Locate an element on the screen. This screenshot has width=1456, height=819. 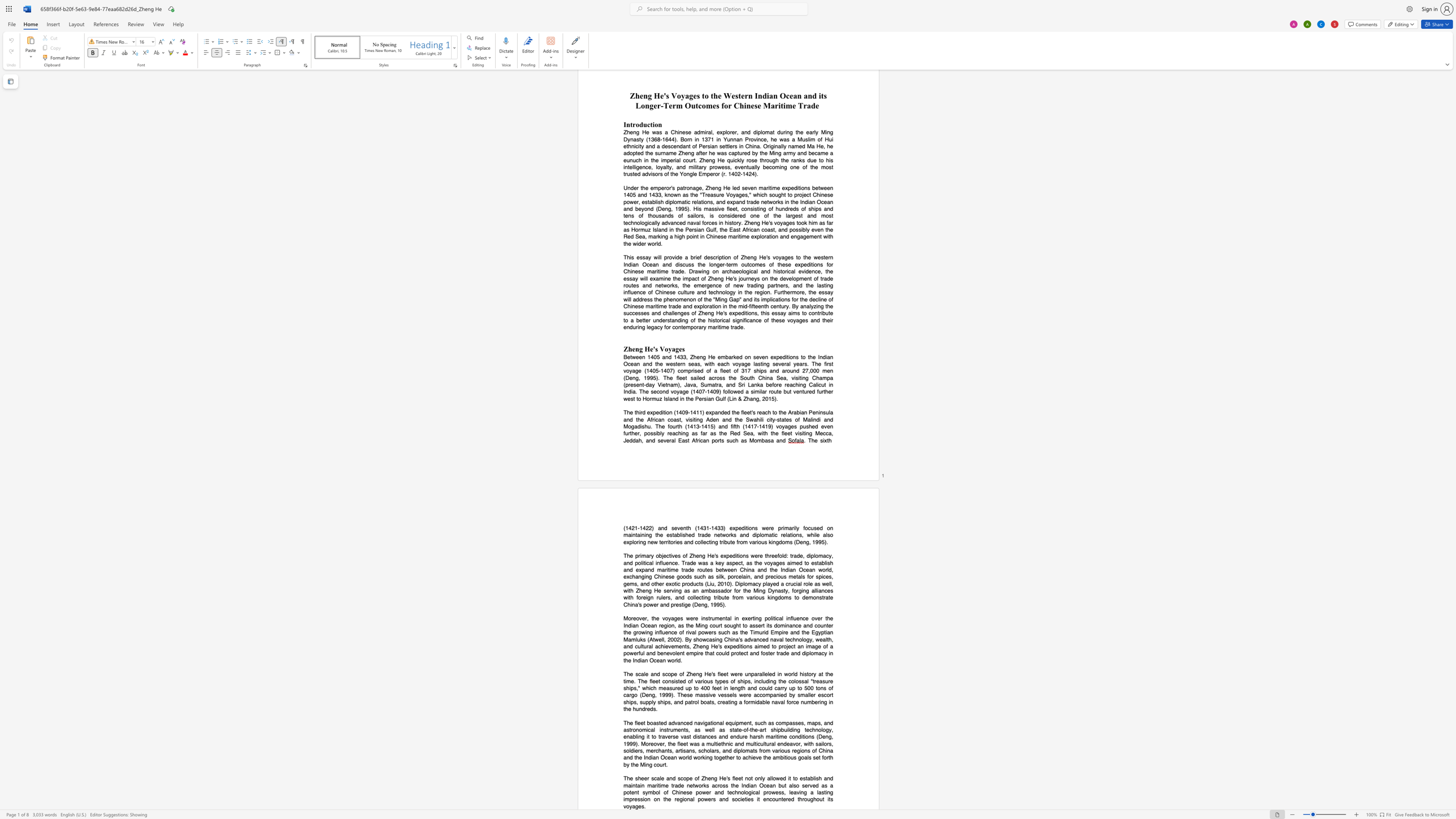
the subset text "its voya" within the text "throughout its voyages." is located at coordinates (826, 799).